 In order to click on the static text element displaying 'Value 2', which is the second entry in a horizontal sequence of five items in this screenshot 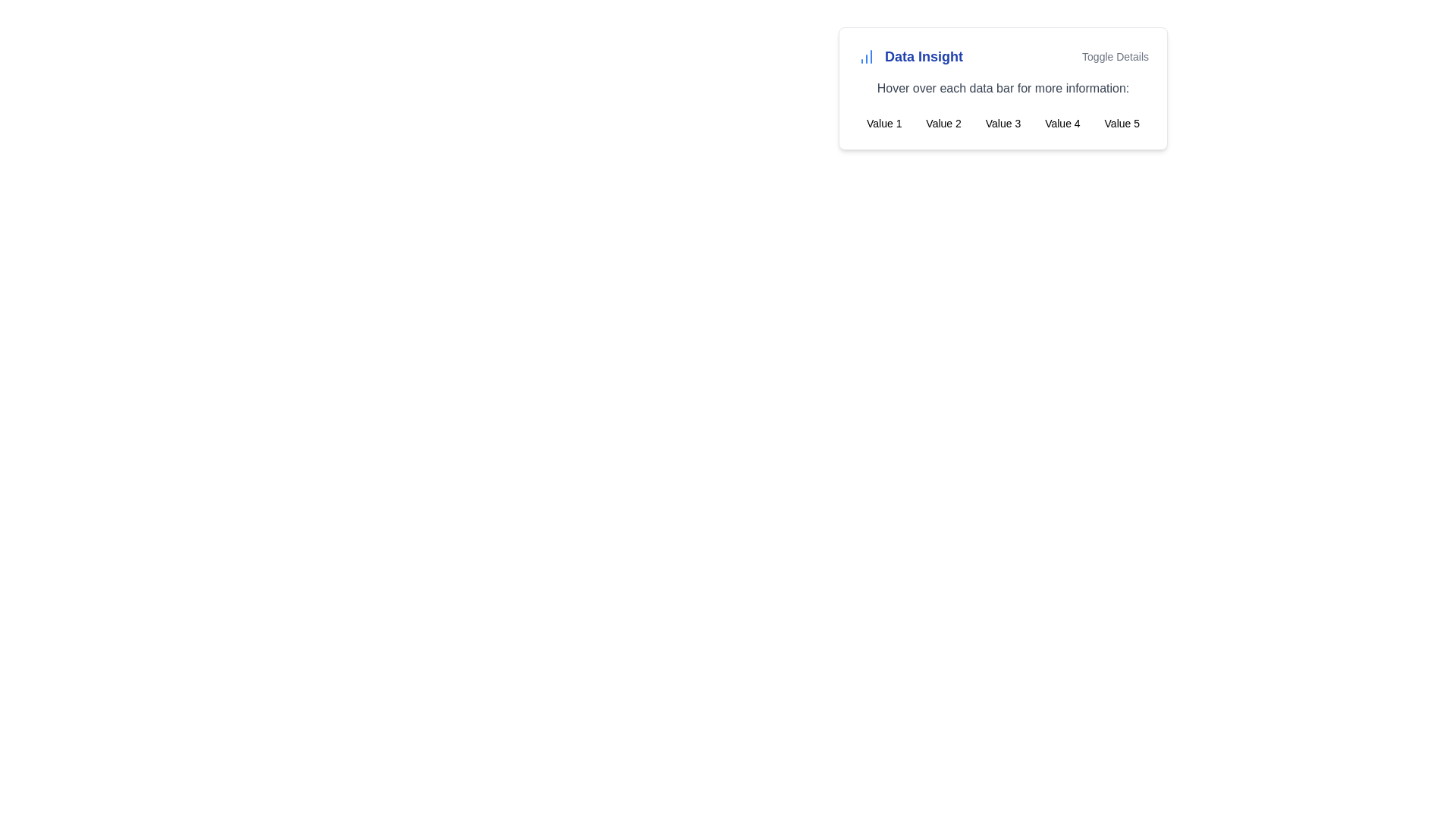, I will do `click(943, 119)`.